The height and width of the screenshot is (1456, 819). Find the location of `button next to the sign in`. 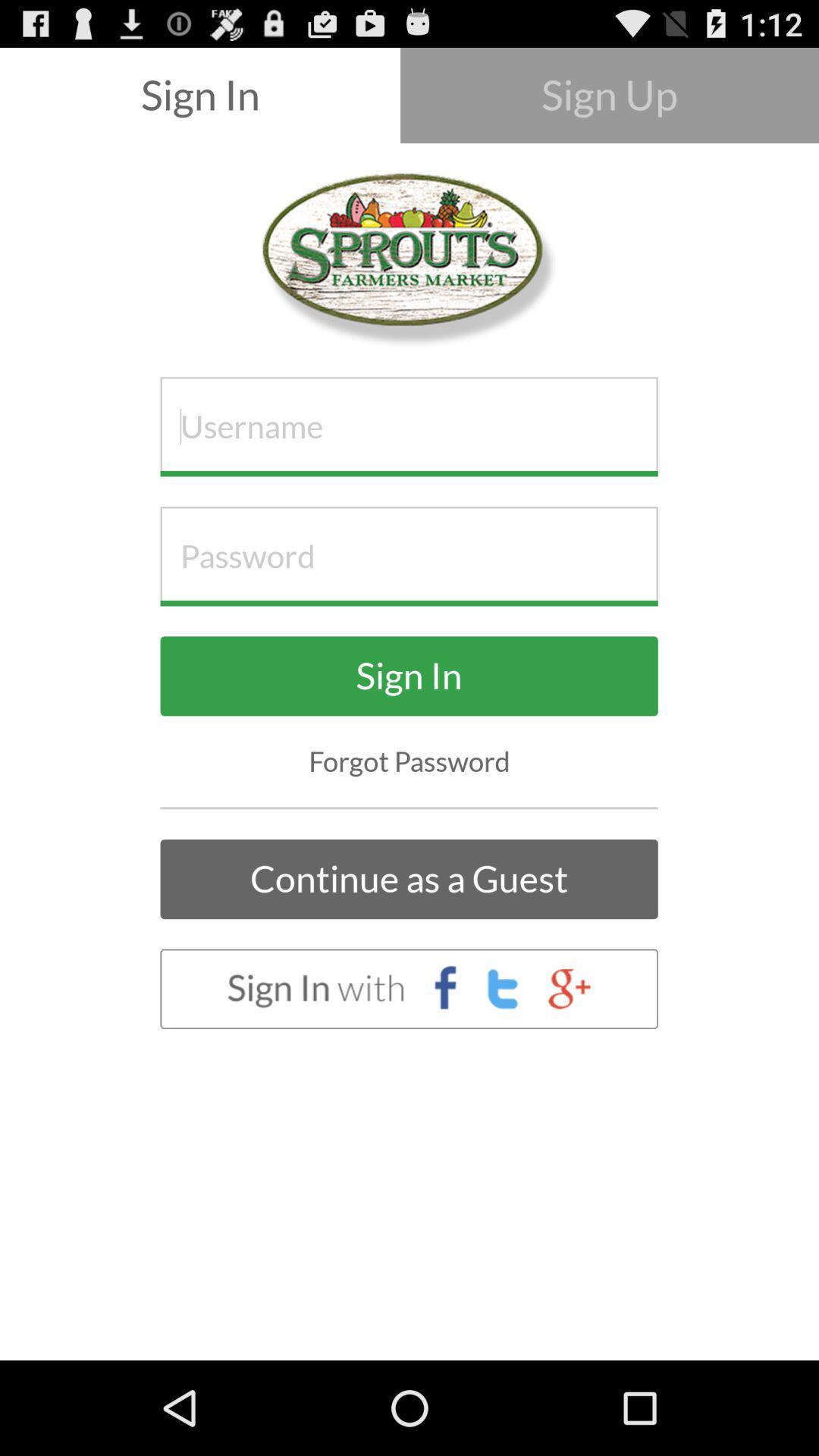

button next to the sign in is located at coordinates (608, 94).